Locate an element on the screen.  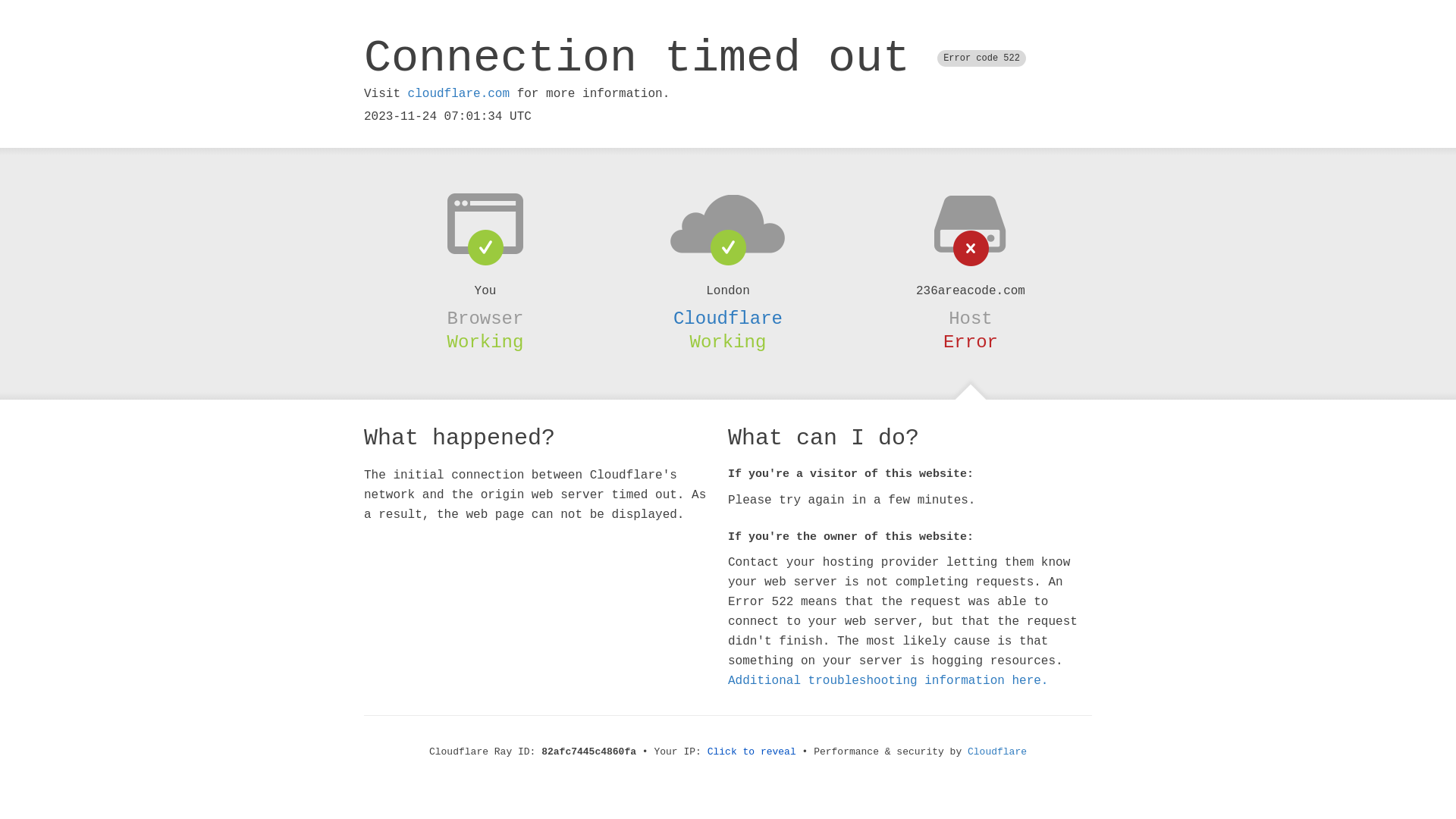
'Cloudflare' is located at coordinates (728, 318).